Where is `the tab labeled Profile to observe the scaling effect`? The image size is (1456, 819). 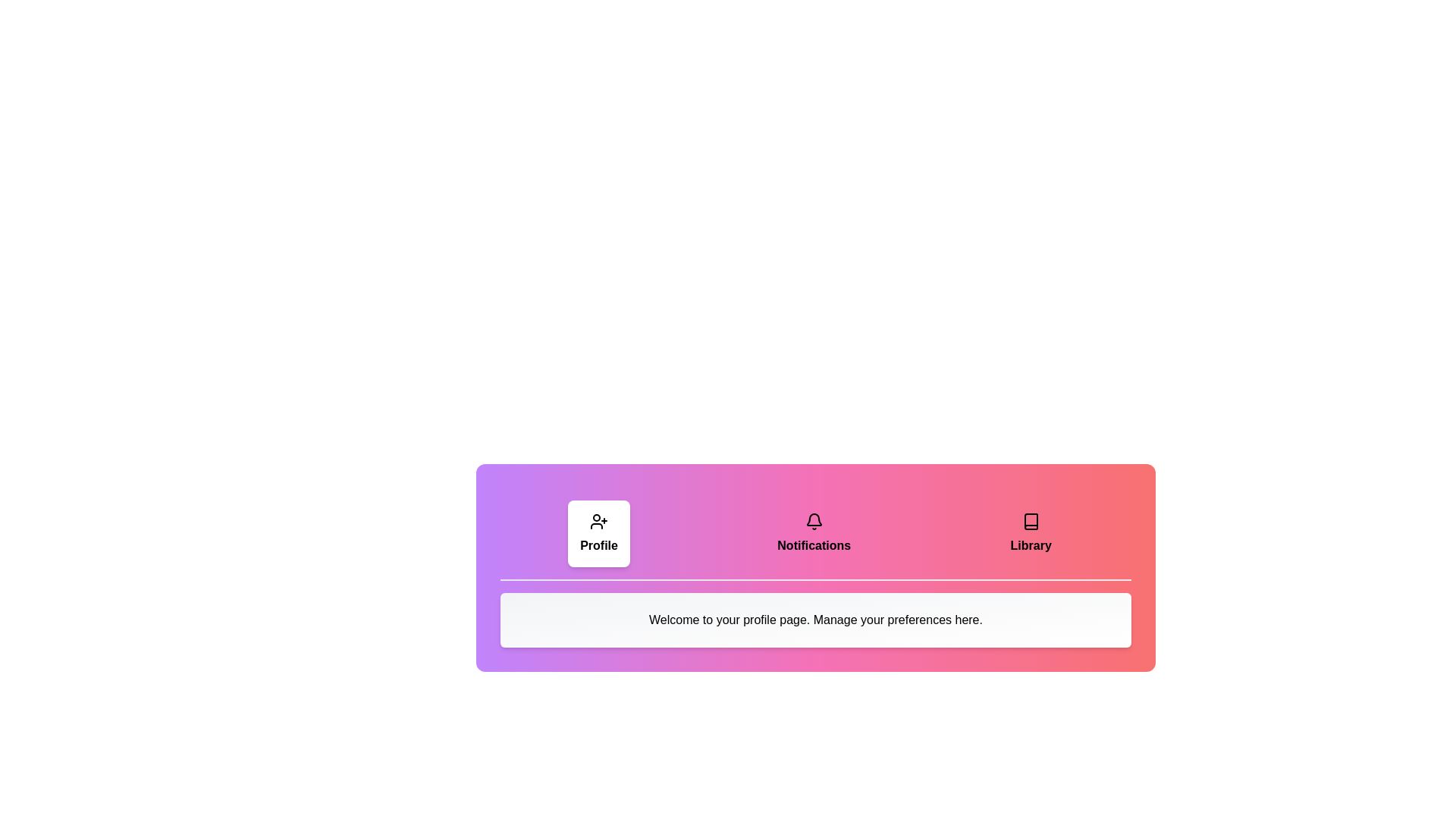
the tab labeled Profile to observe the scaling effect is located at coordinates (598, 533).